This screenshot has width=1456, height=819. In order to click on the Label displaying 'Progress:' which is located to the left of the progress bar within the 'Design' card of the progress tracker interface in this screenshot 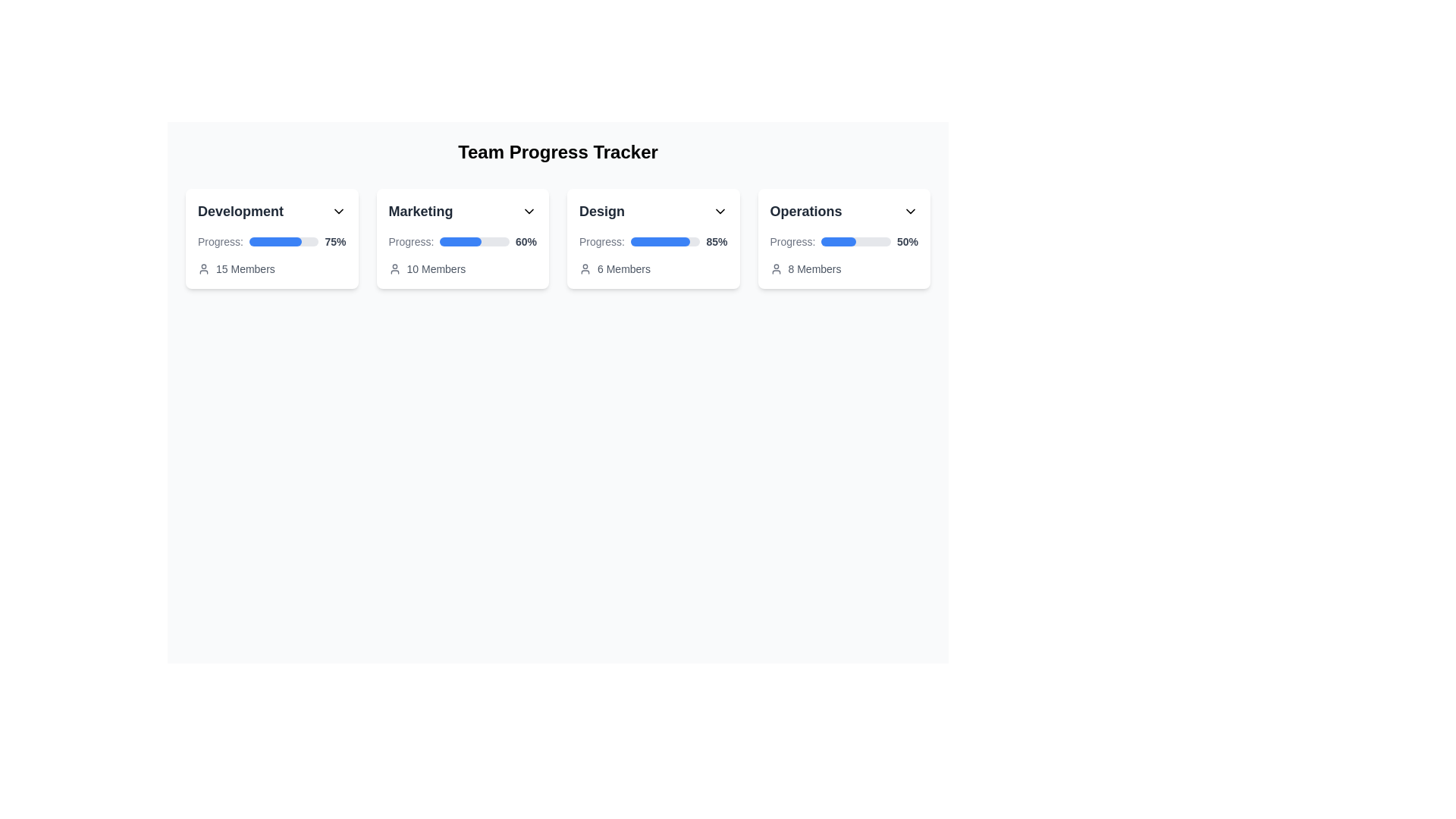, I will do `click(601, 241)`.